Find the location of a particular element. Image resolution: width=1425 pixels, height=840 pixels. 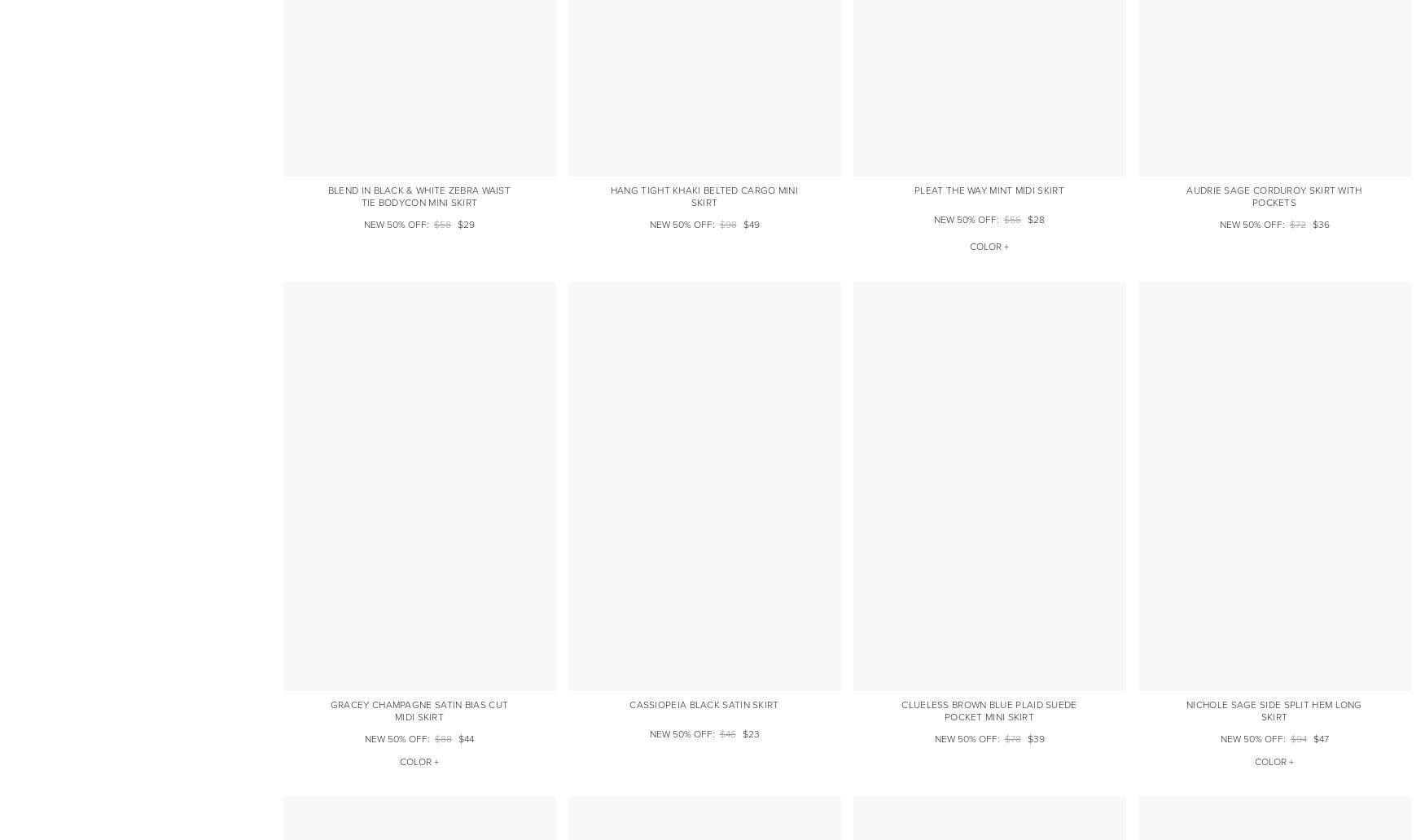

'Hang Tight Khaki Belted Cargo Mini Skirt' is located at coordinates (704, 195).